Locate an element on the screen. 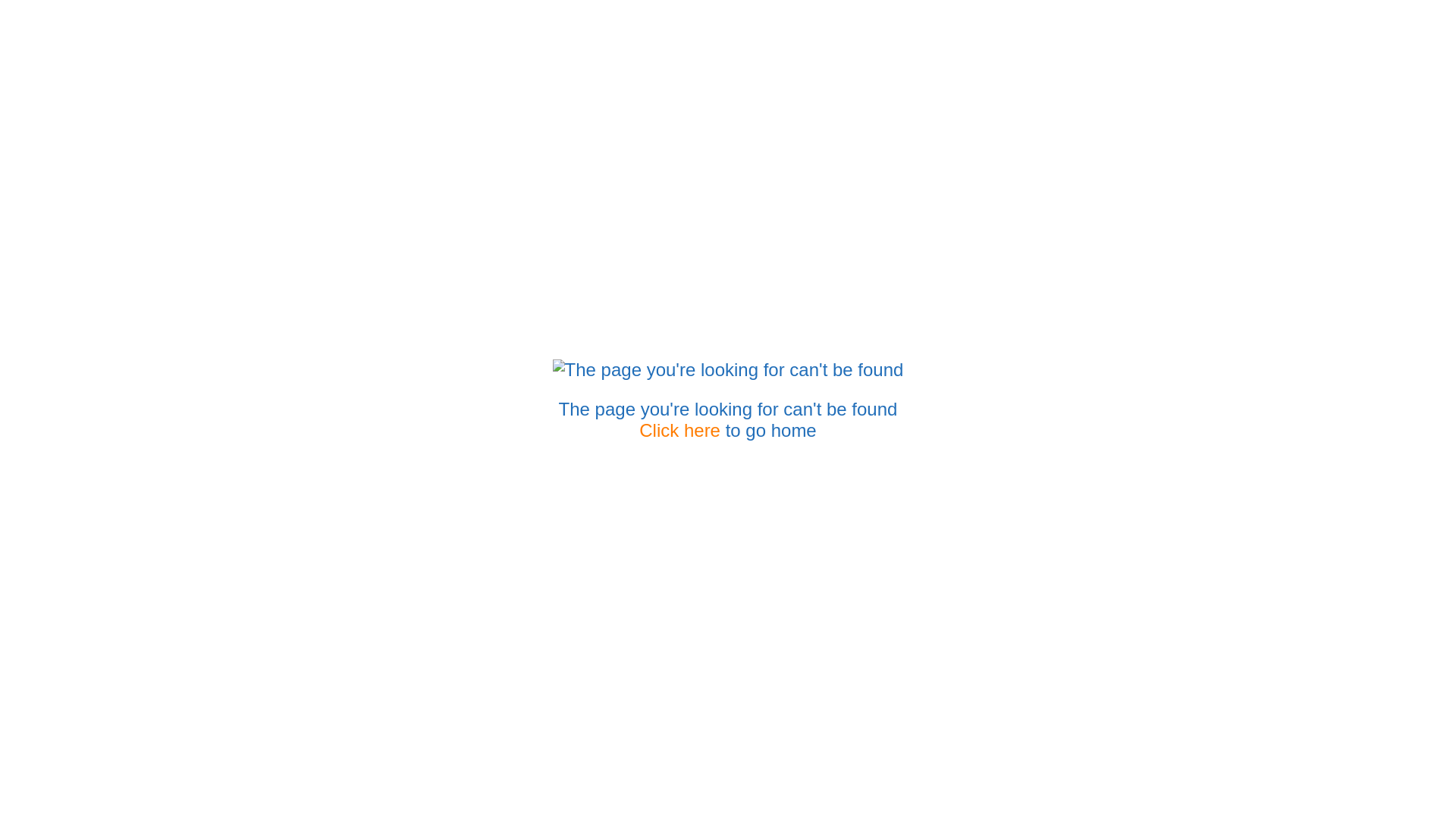 This screenshot has width=1456, height=819. 'Click here' is located at coordinates (679, 430).